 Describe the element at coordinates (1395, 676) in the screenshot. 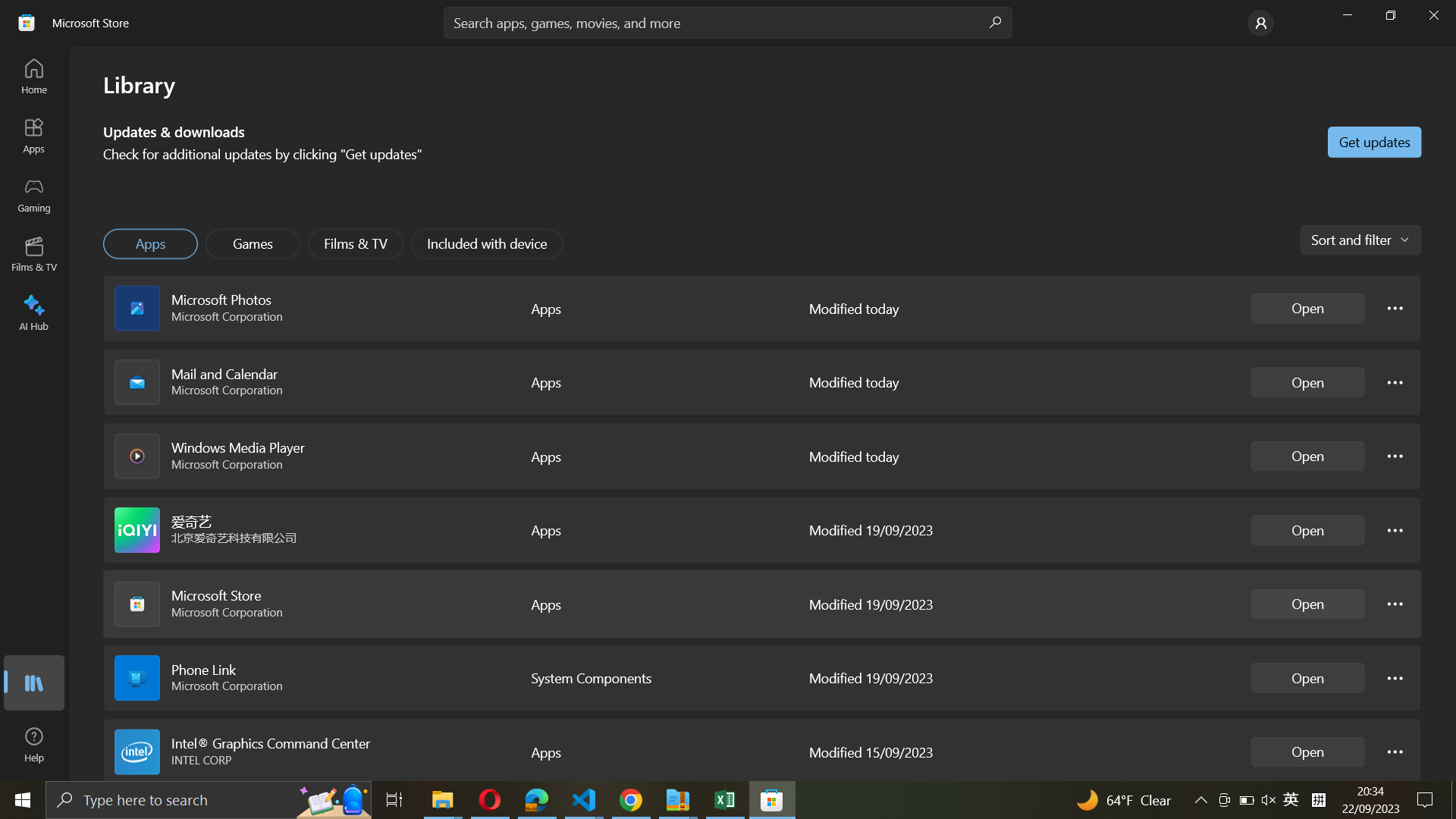

I see `Execute action to open phone link settings` at that location.